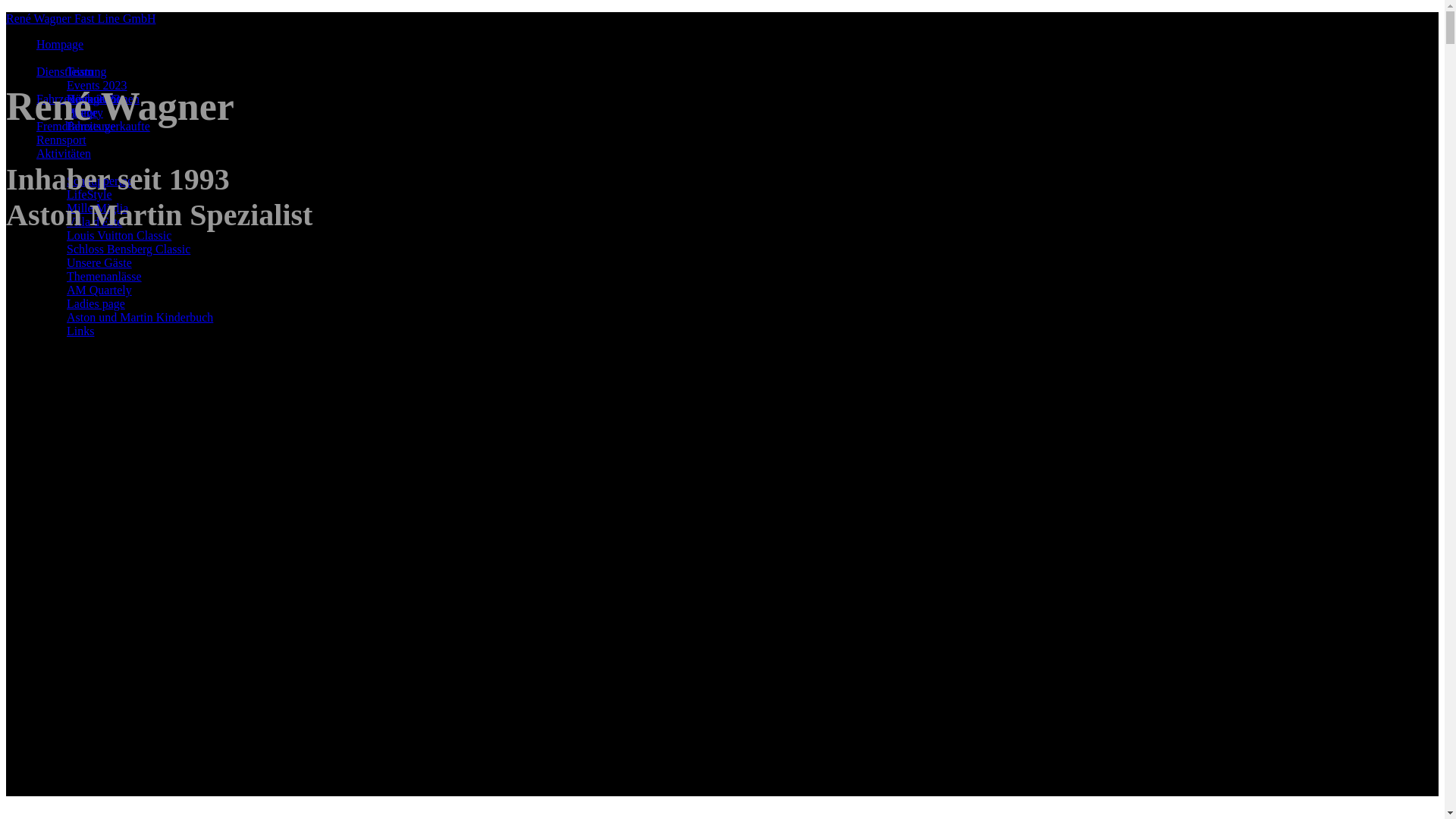 The image size is (1456, 819). What do you see at coordinates (81, 111) in the screenshot?
I see `'Pflege'` at bounding box center [81, 111].